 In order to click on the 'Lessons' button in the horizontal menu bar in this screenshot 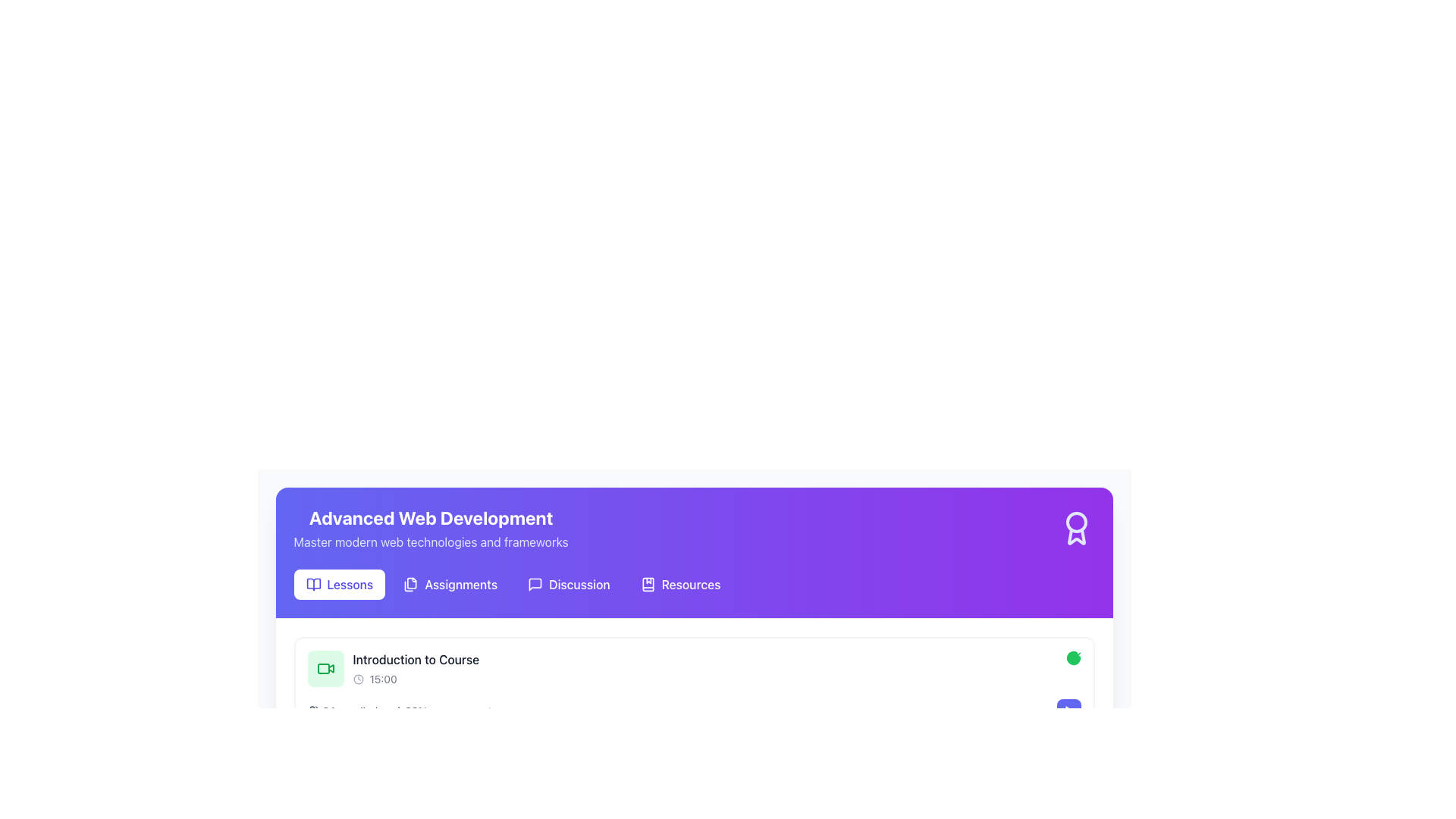, I will do `click(338, 584)`.